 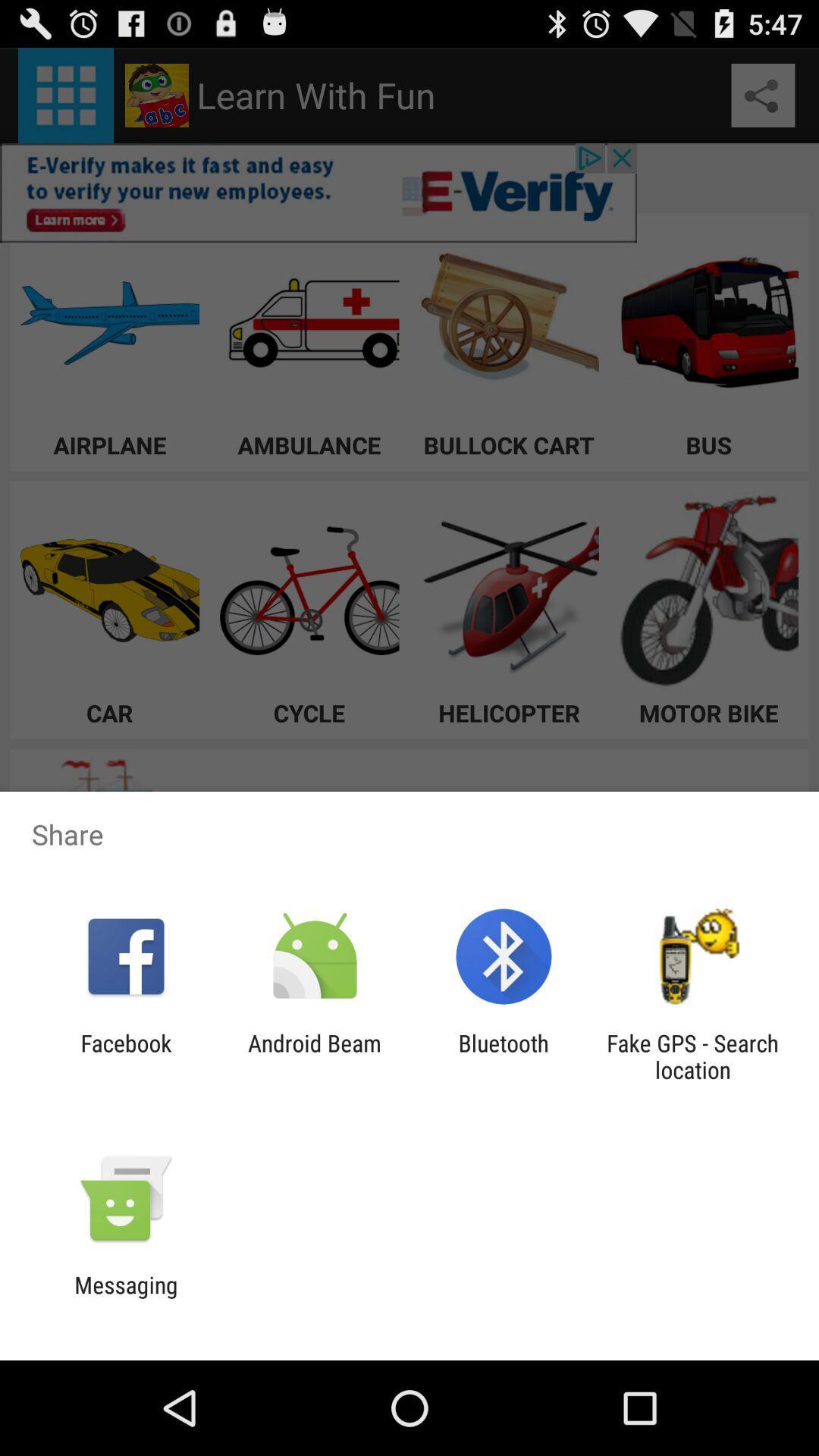 I want to click on app to the left of android beam app, so click(x=125, y=1056).